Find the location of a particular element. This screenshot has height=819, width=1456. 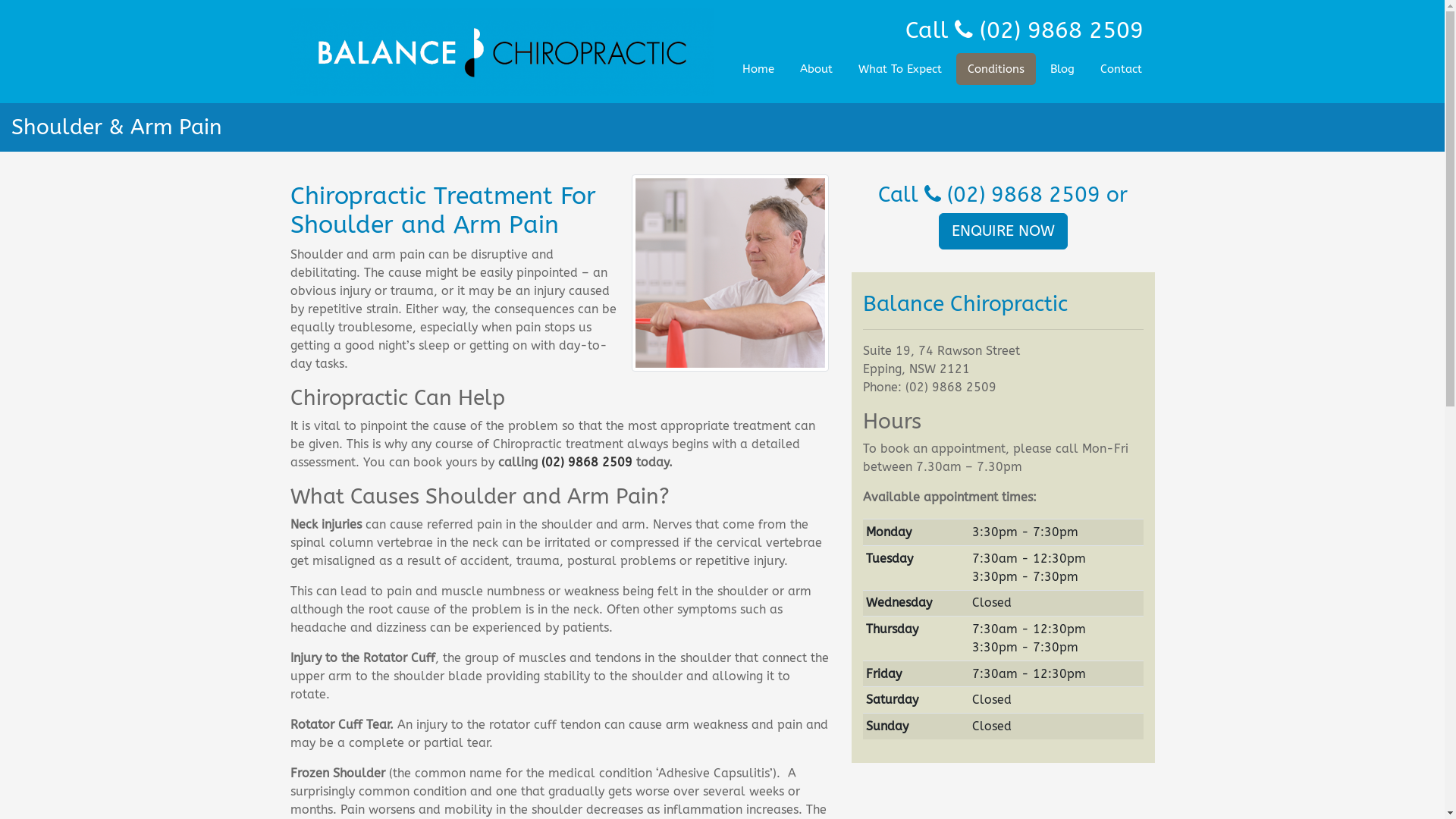

'ENQUIRE NOW' is located at coordinates (1003, 231).